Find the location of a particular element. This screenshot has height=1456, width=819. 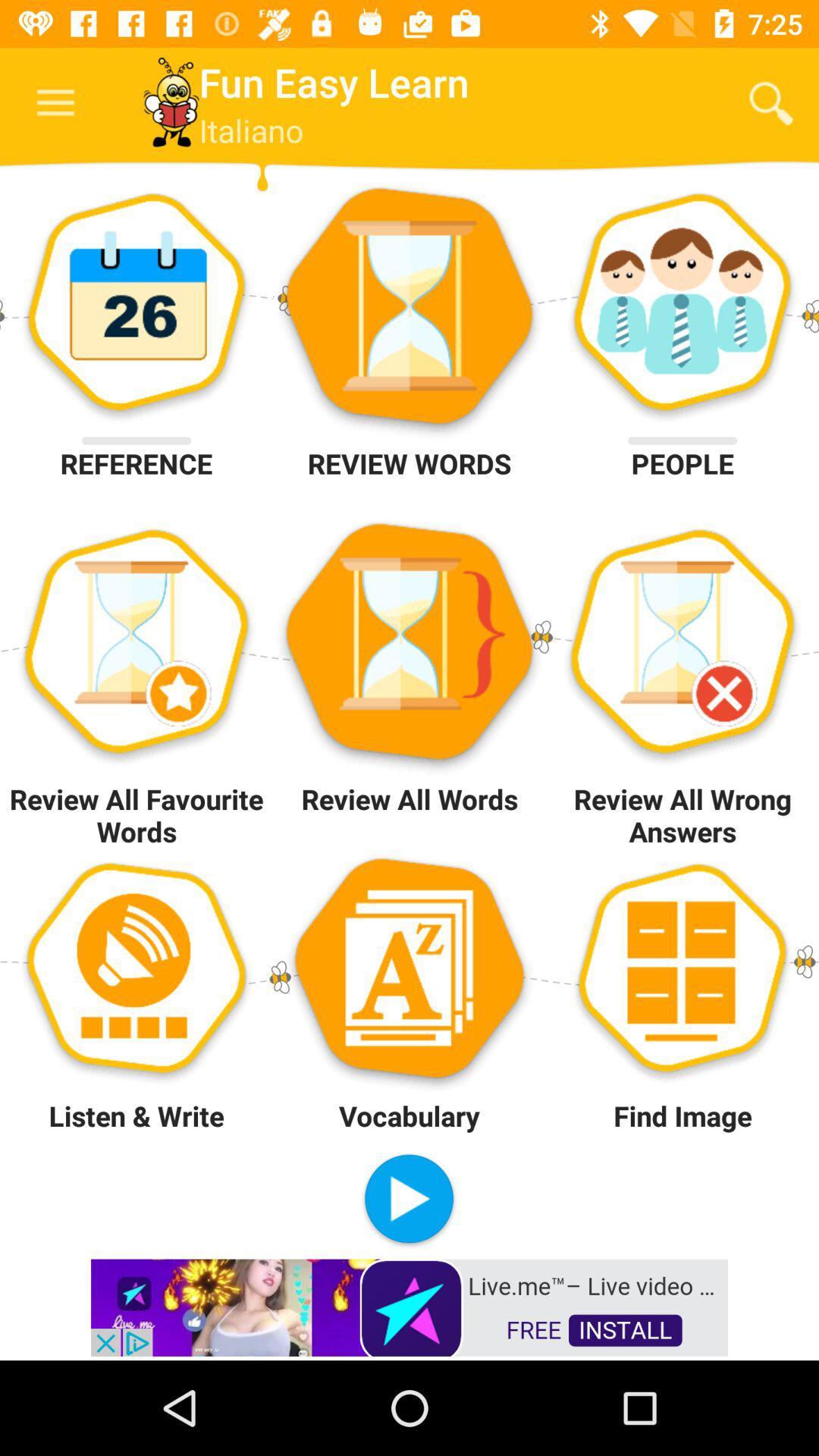

play is located at coordinates (408, 1200).